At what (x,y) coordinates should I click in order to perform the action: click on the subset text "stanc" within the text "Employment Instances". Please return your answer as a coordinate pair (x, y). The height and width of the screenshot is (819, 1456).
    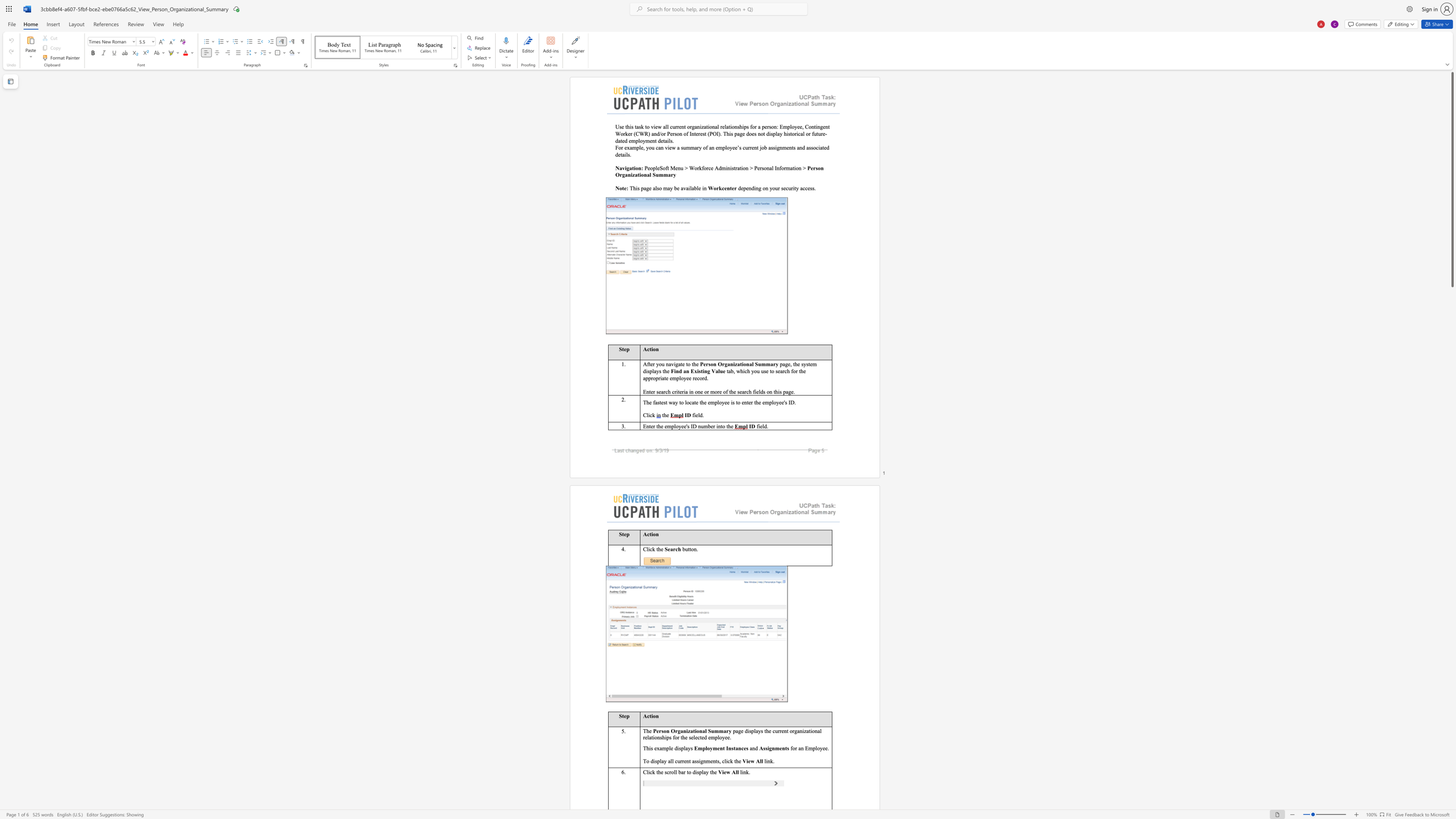
    Looking at the image, I should click on (731, 747).